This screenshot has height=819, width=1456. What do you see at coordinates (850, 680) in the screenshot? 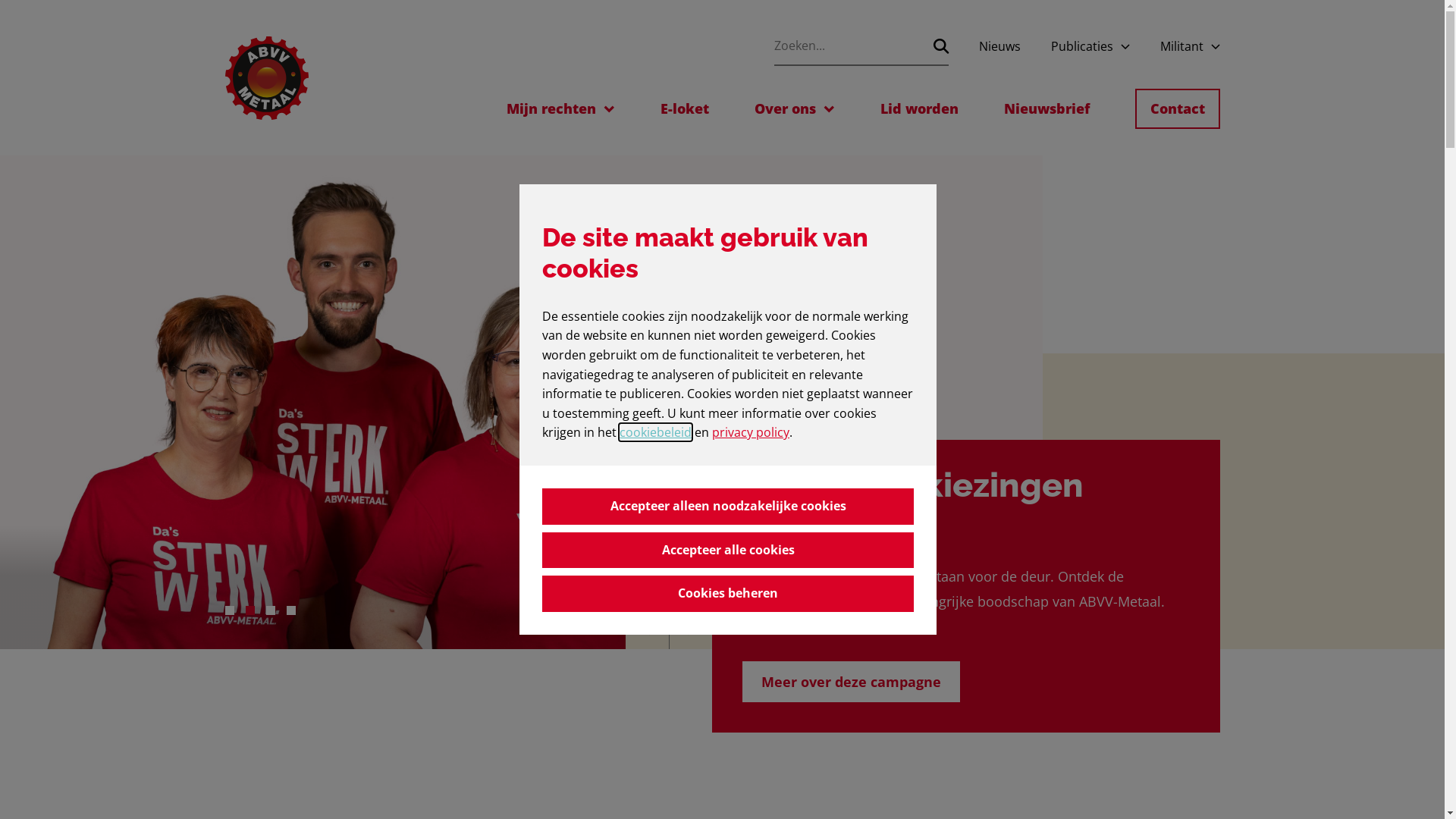
I see `'Meer over deze campagne'` at bounding box center [850, 680].